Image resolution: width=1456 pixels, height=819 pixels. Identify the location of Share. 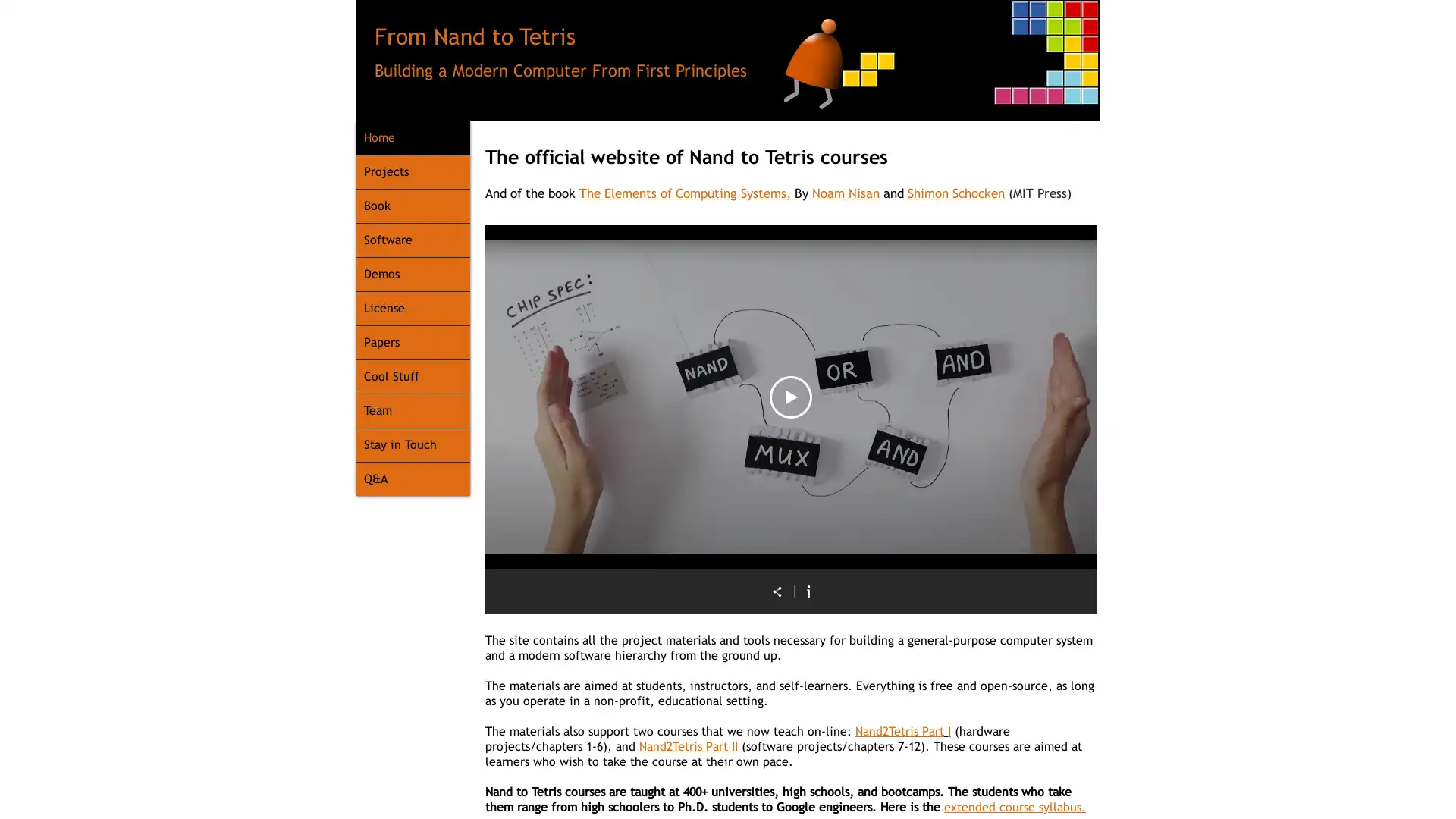
(777, 590).